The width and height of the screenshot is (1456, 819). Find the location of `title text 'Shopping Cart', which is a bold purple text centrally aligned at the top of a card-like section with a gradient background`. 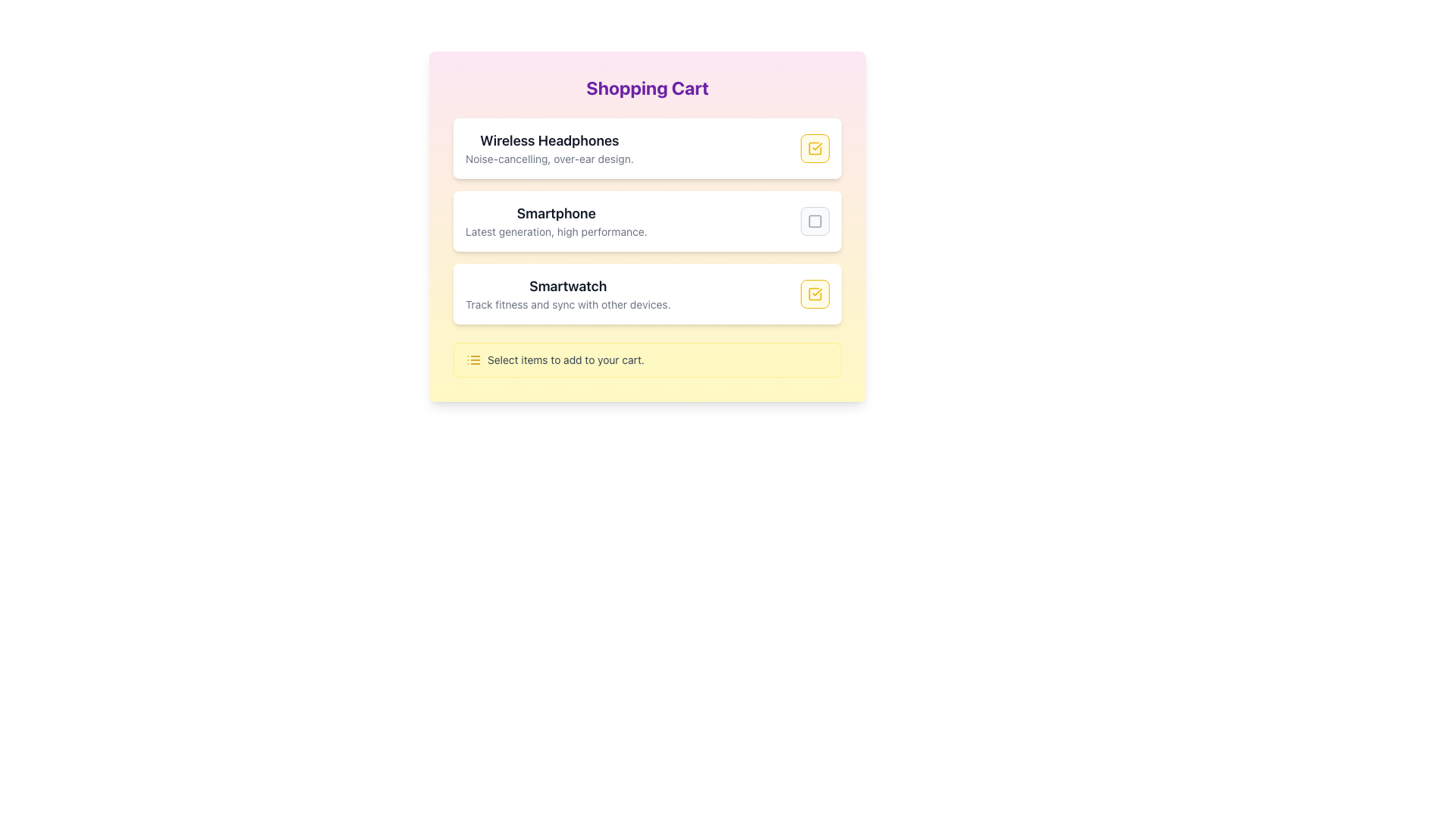

title text 'Shopping Cart', which is a bold purple text centrally aligned at the top of a card-like section with a gradient background is located at coordinates (648, 87).